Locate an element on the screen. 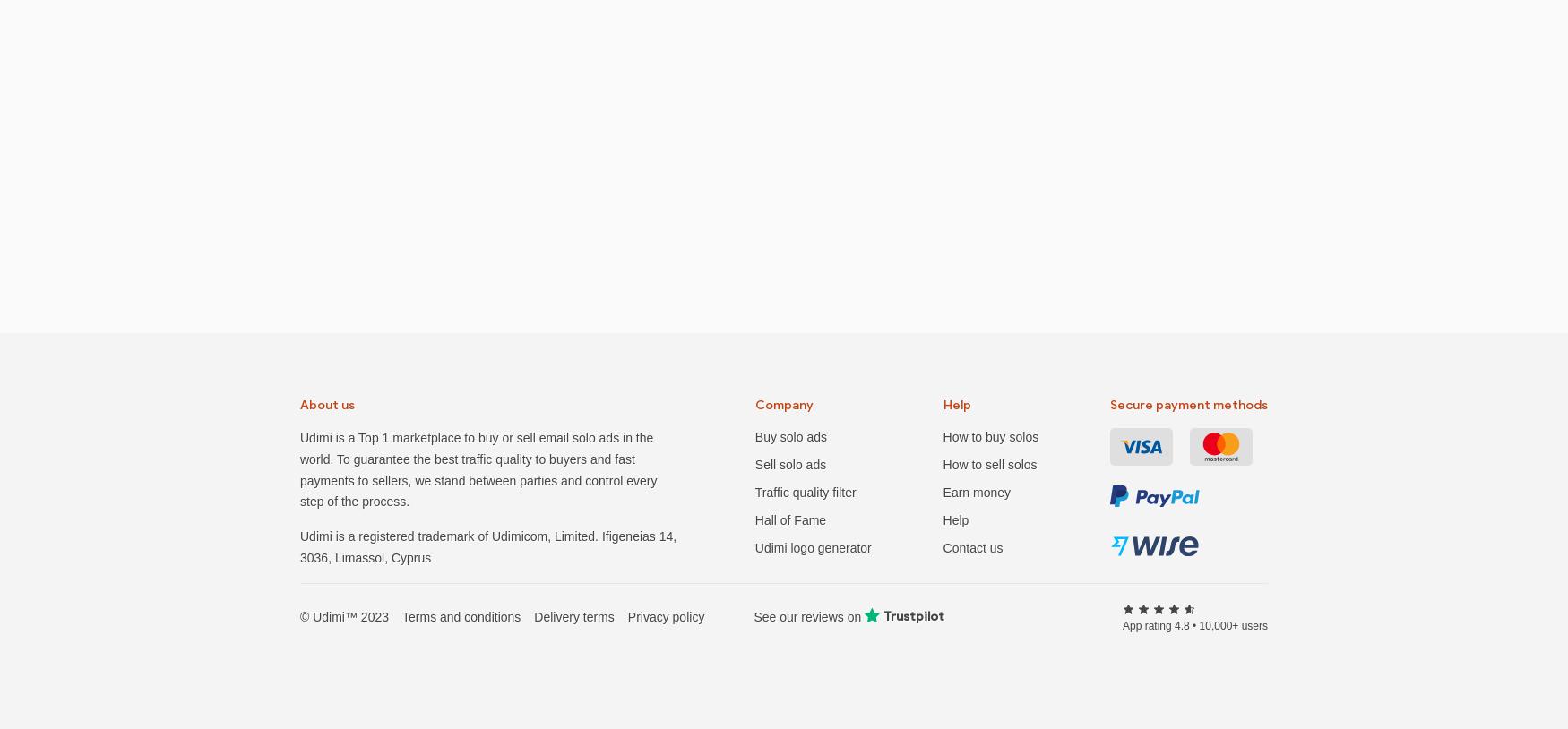 The width and height of the screenshot is (1568, 729). 'Privacy policy' is located at coordinates (666, 615).